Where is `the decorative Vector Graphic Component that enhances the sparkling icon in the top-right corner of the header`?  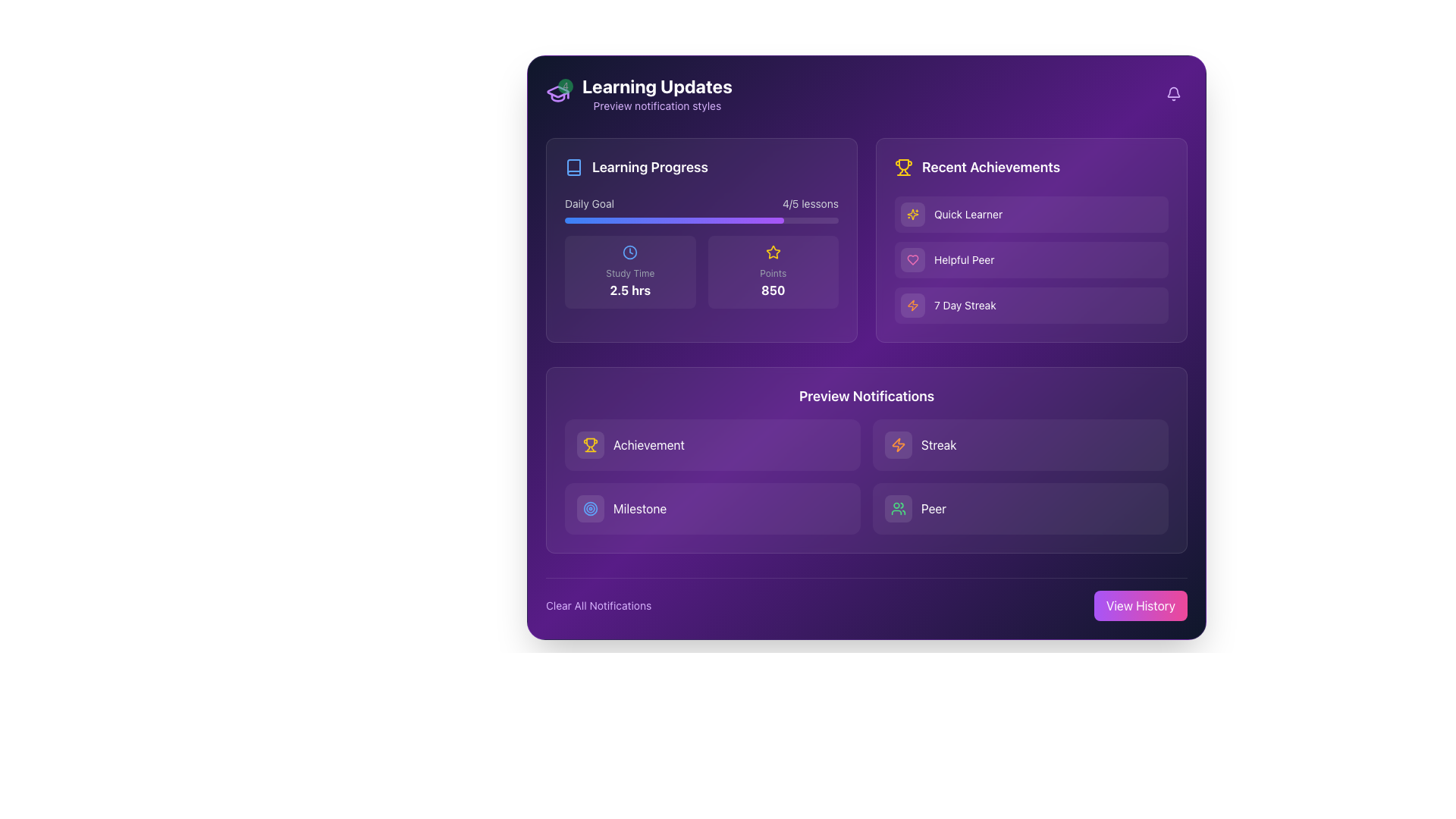 the decorative Vector Graphic Component that enhances the sparkling icon in the top-right corner of the header is located at coordinates (912, 214).